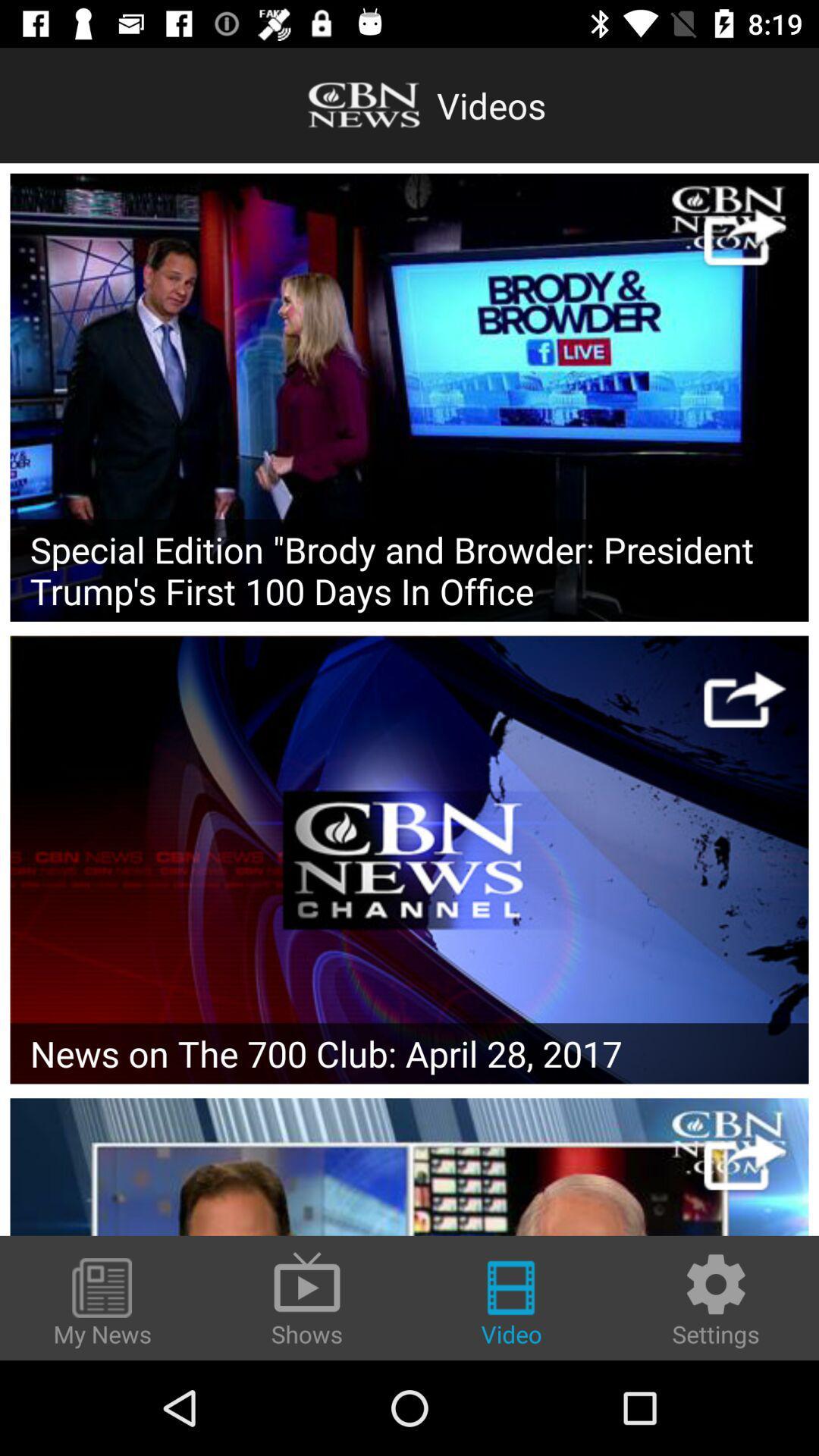 This screenshot has width=819, height=1456. Describe the element at coordinates (409, 859) in the screenshot. I see `channel` at that location.